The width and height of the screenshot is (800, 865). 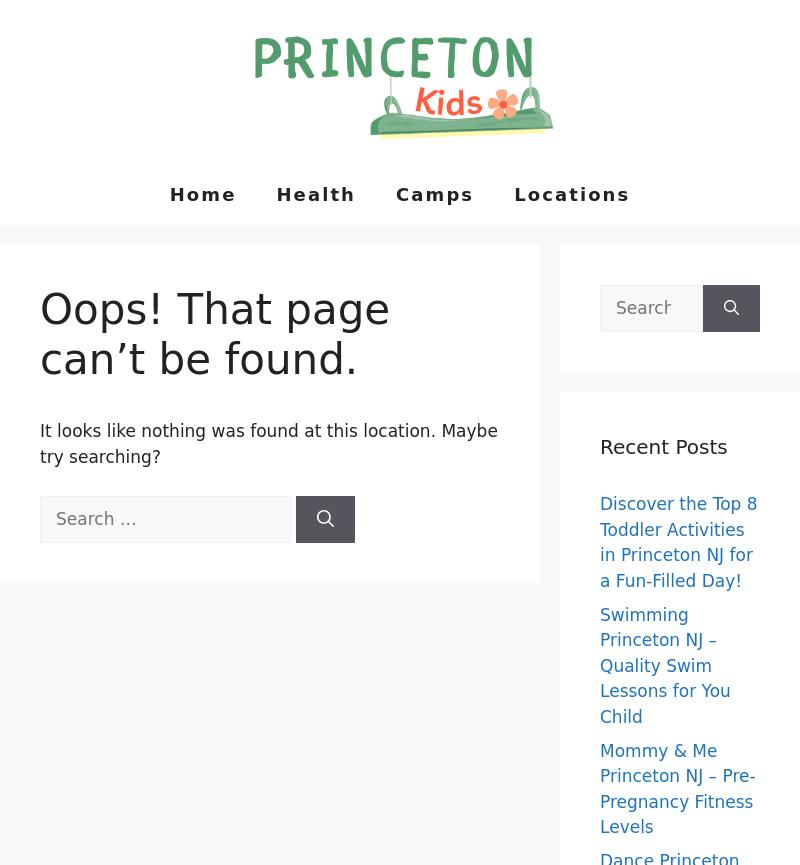 What do you see at coordinates (214, 333) in the screenshot?
I see `'Oops! That page can’t be found.'` at bounding box center [214, 333].